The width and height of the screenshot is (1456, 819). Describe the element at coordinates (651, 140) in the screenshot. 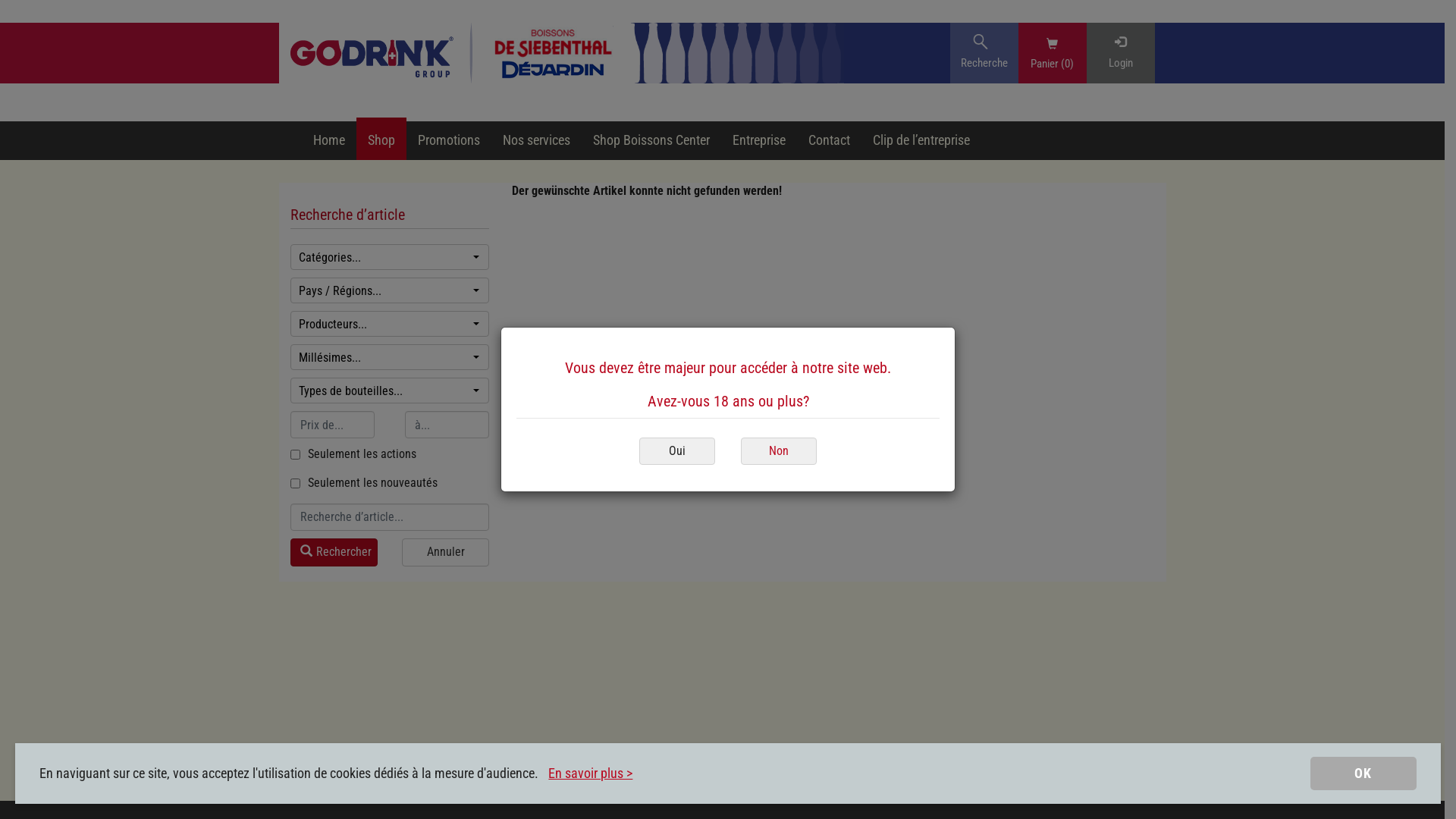

I see `'Shop Boissons Center'` at that location.